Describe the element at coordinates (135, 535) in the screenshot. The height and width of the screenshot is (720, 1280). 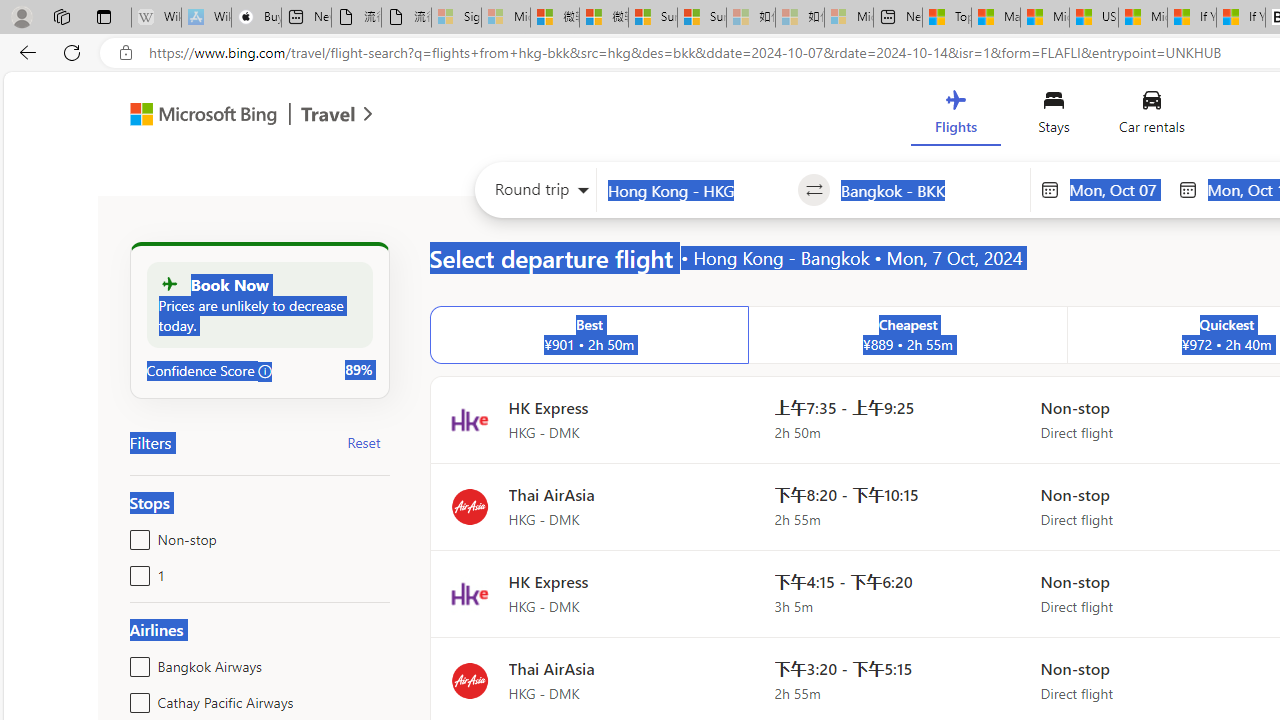
I see `'Non-stop'` at that location.